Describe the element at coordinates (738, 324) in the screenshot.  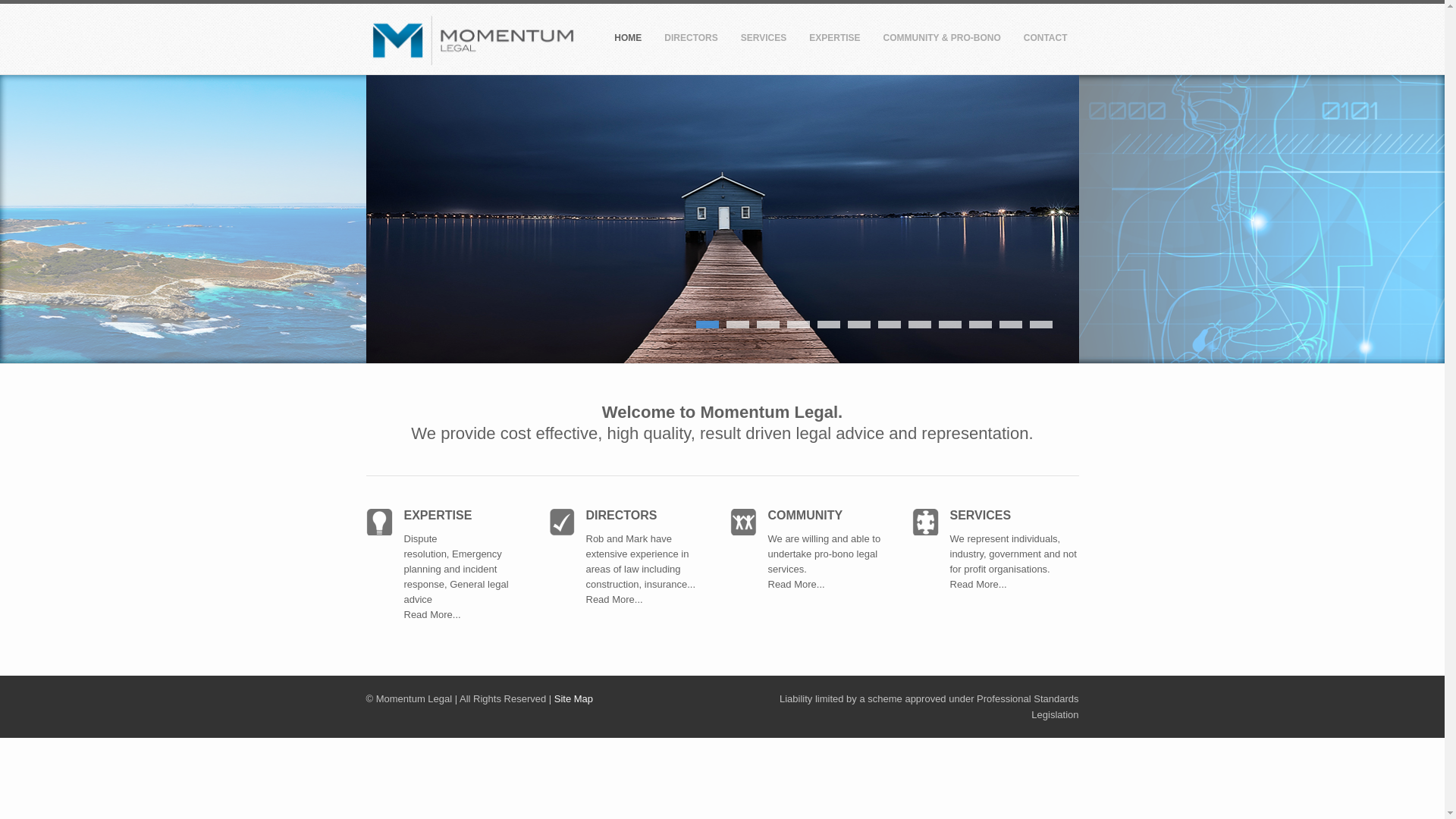
I see `'2'` at that location.